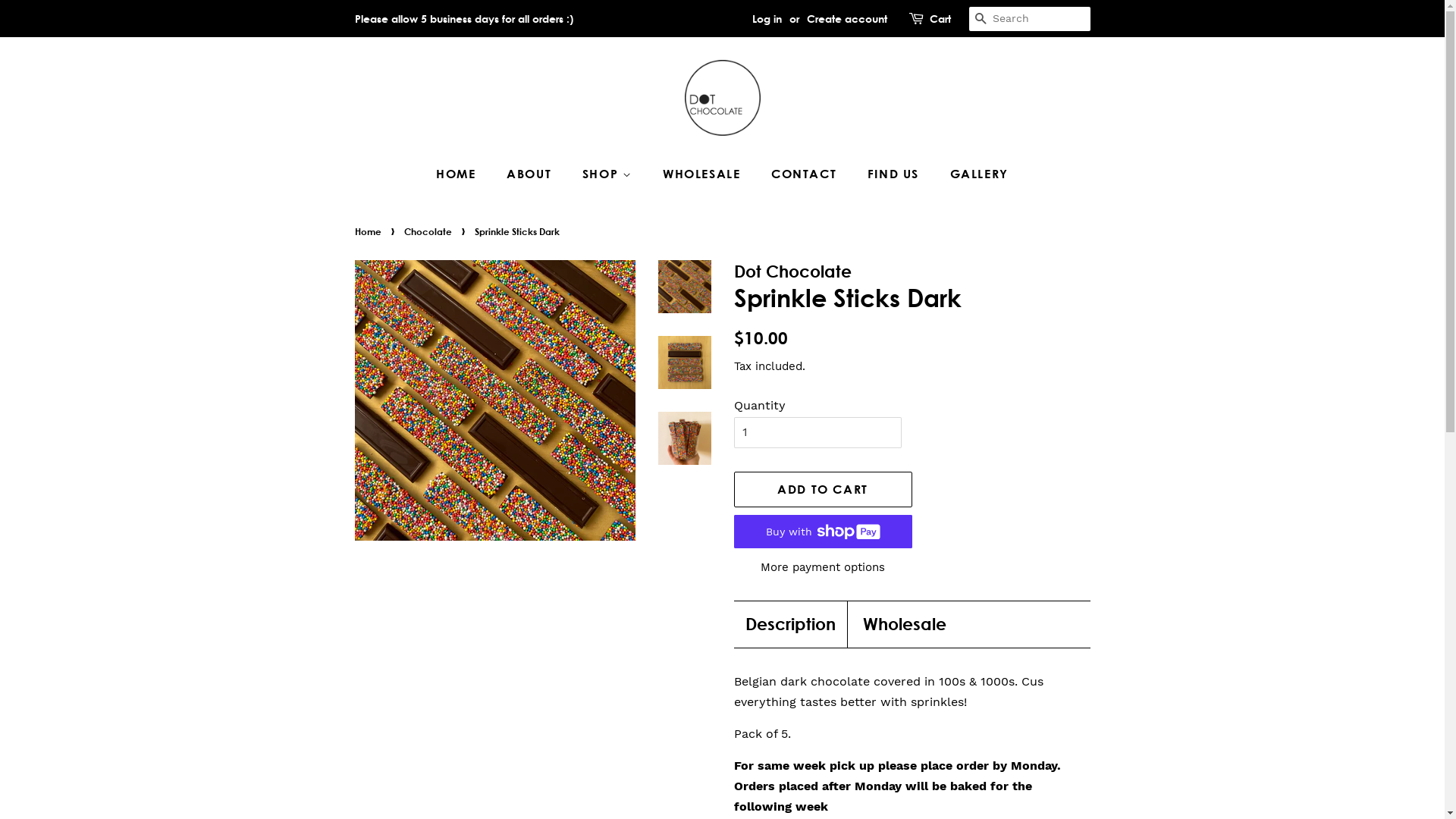 The width and height of the screenshot is (1456, 819). What do you see at coordinates (609, 173) in the screenshot?
I see `'SHOP'` at bounding box center [609, 173].